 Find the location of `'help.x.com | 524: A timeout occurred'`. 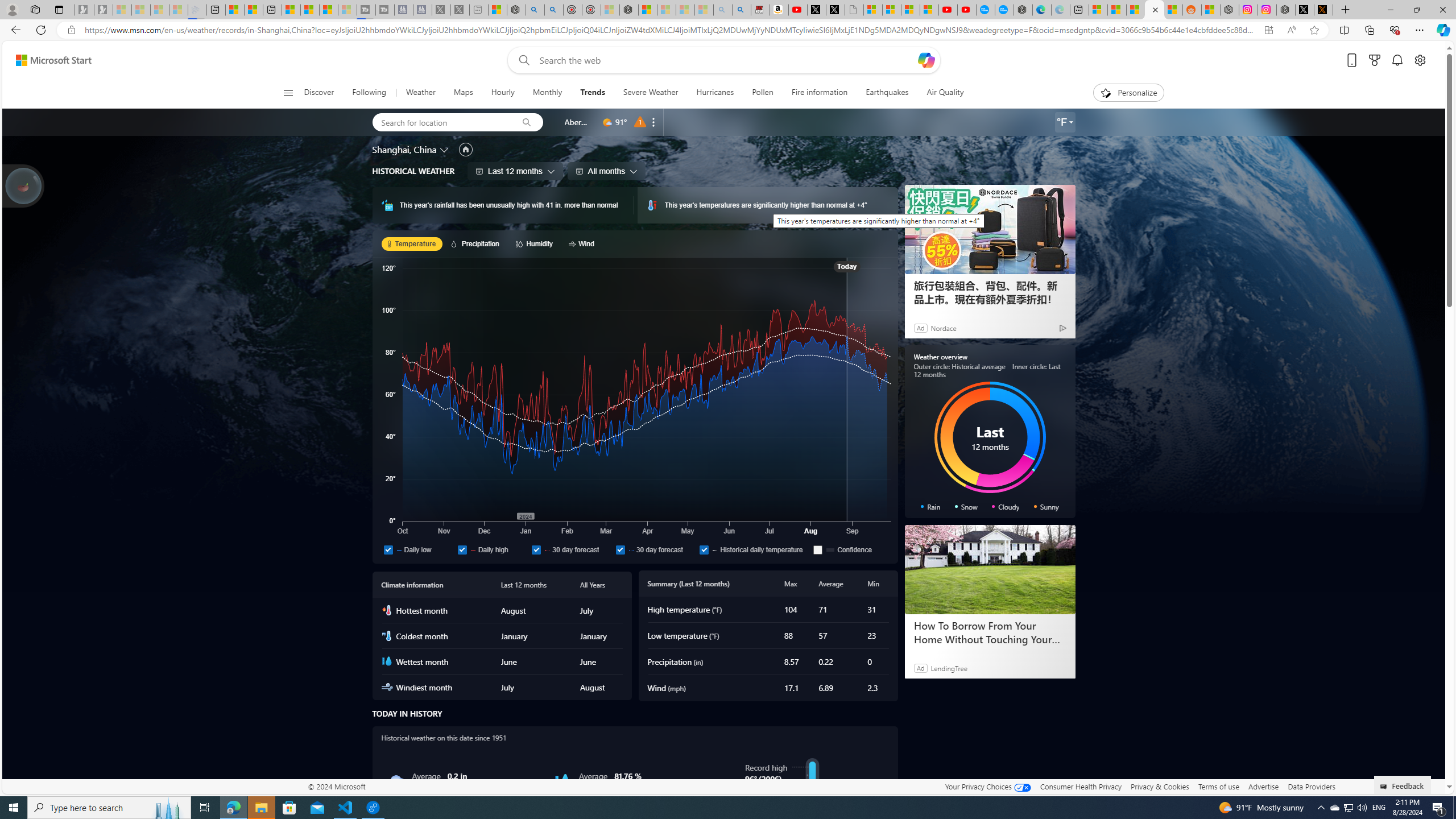

'help.x.com | 524: A timeout occurred' is located at coordinates (1323, 9).